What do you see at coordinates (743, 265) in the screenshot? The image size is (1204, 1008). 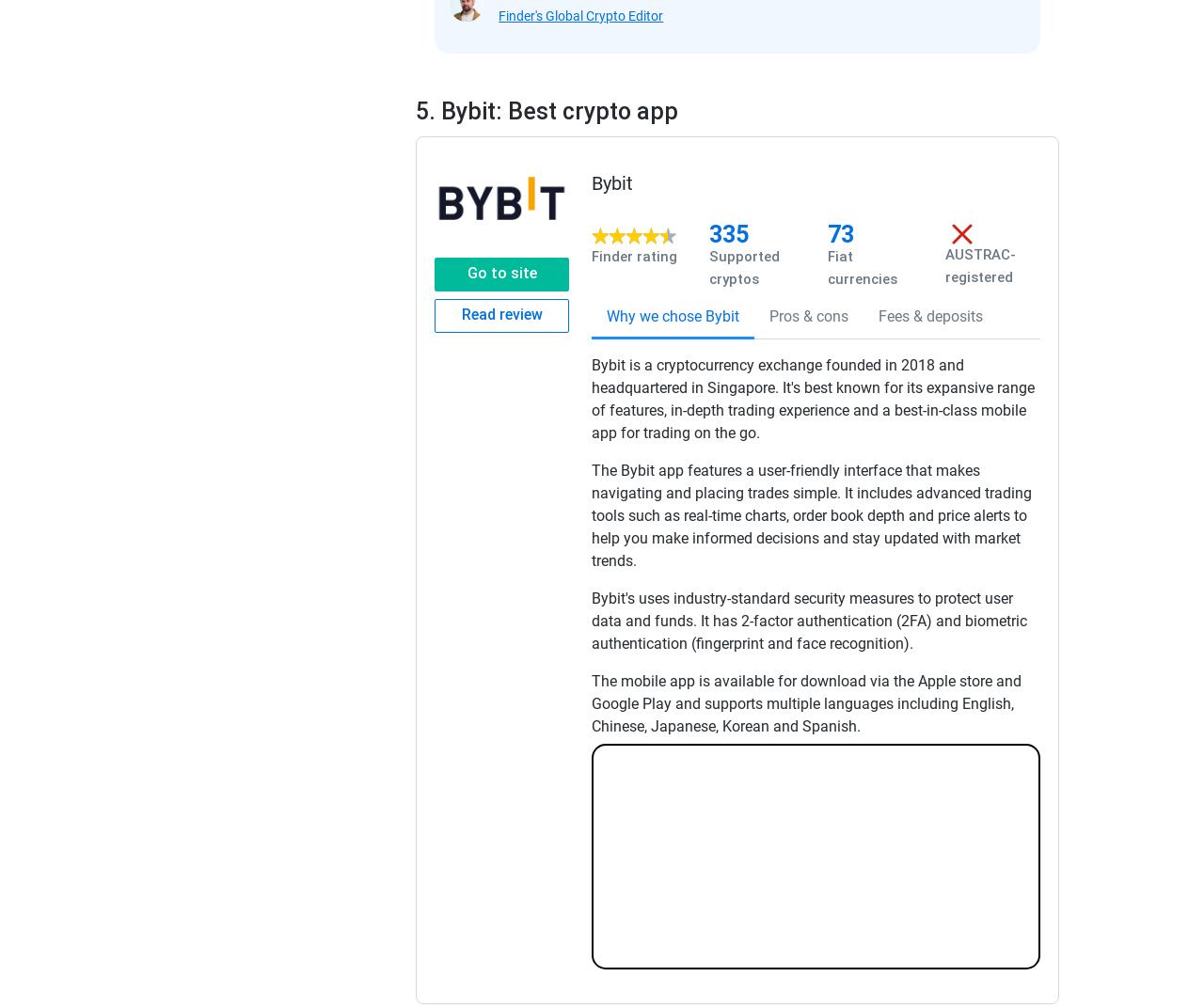 I see `'Supported cryptos'` at bounding box center [743, 265].